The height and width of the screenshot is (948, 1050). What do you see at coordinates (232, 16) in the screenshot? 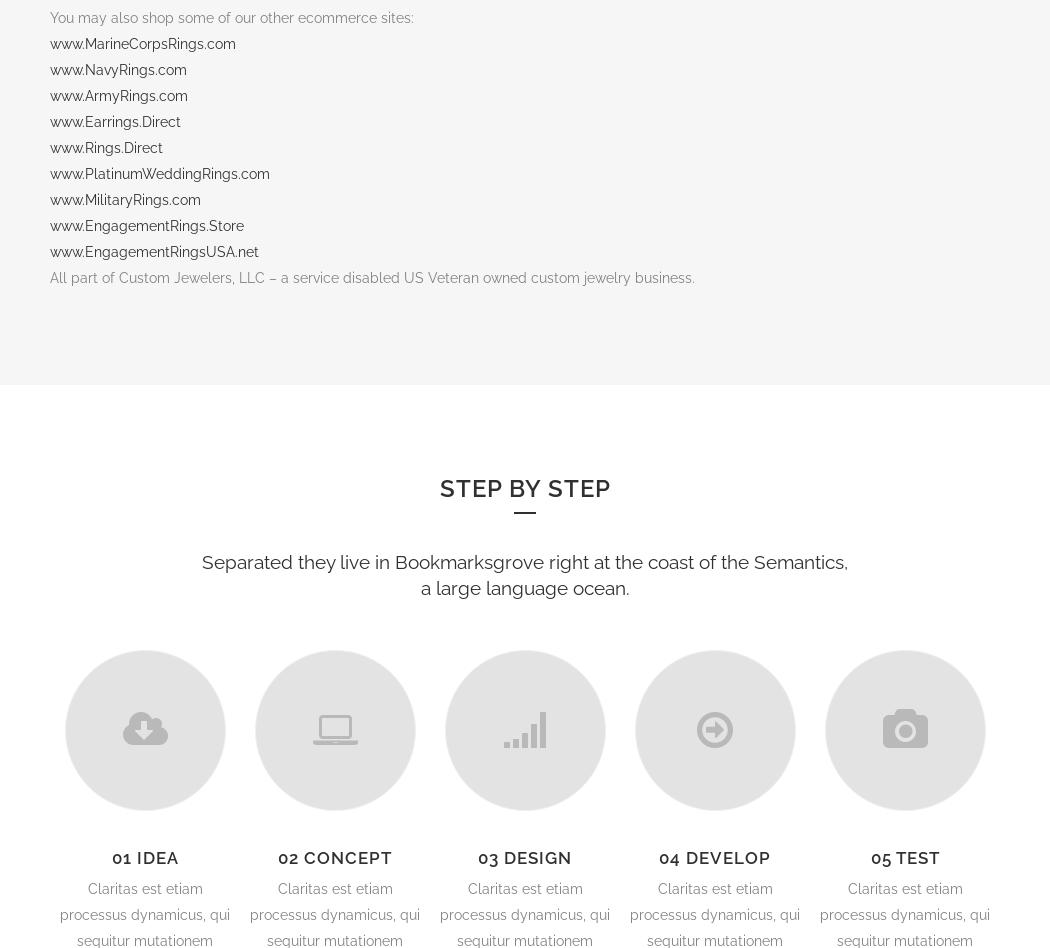
I see `'You may also shop some of our other ecommerce sites:'` at bounding box center [232, 16].